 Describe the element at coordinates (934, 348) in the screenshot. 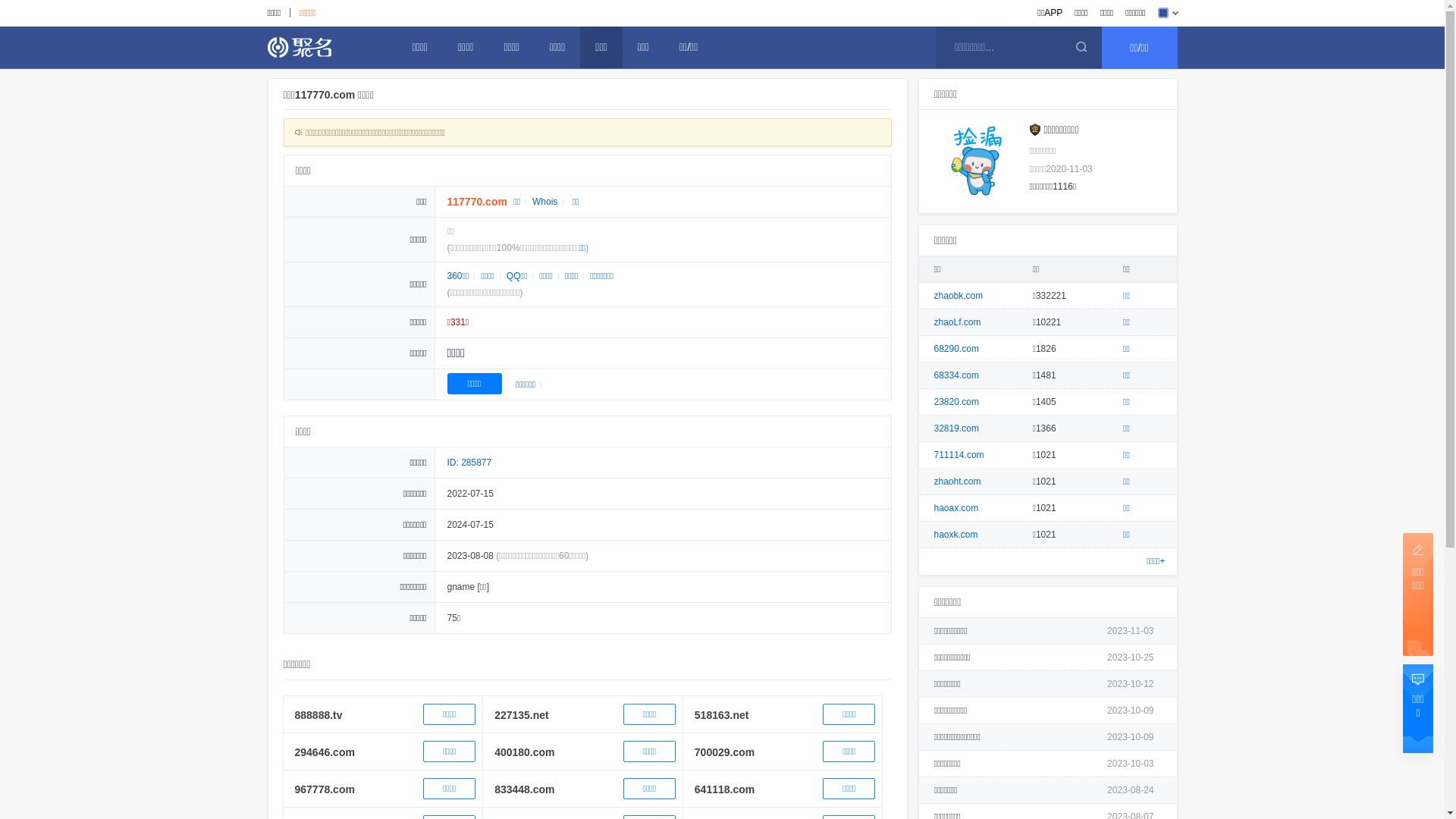

I see `'68290.com'` at that location.